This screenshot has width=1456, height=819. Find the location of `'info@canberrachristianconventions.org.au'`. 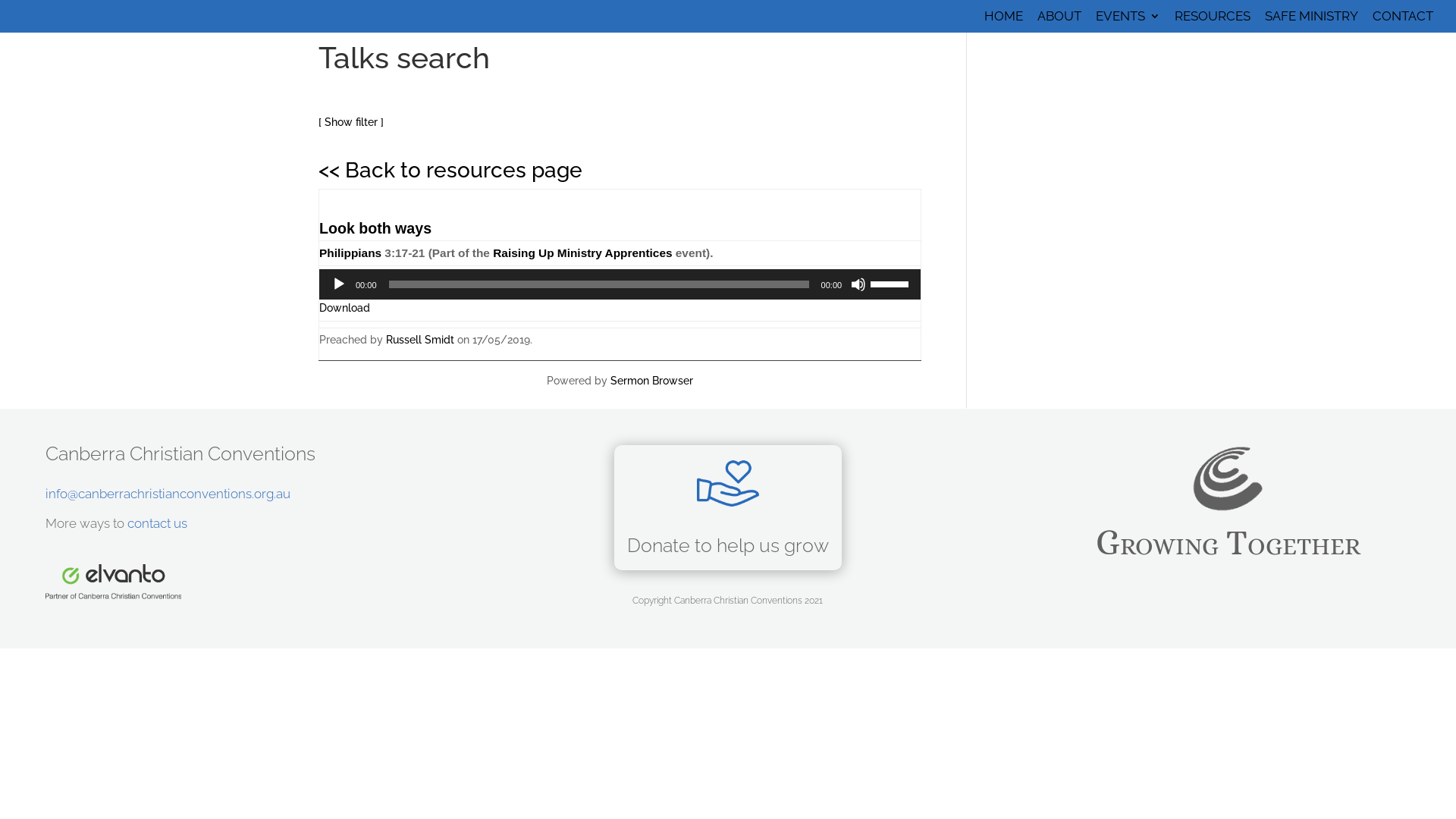

'info@canberrachristianconventions.org.au' is located at coordinates (168, 494).